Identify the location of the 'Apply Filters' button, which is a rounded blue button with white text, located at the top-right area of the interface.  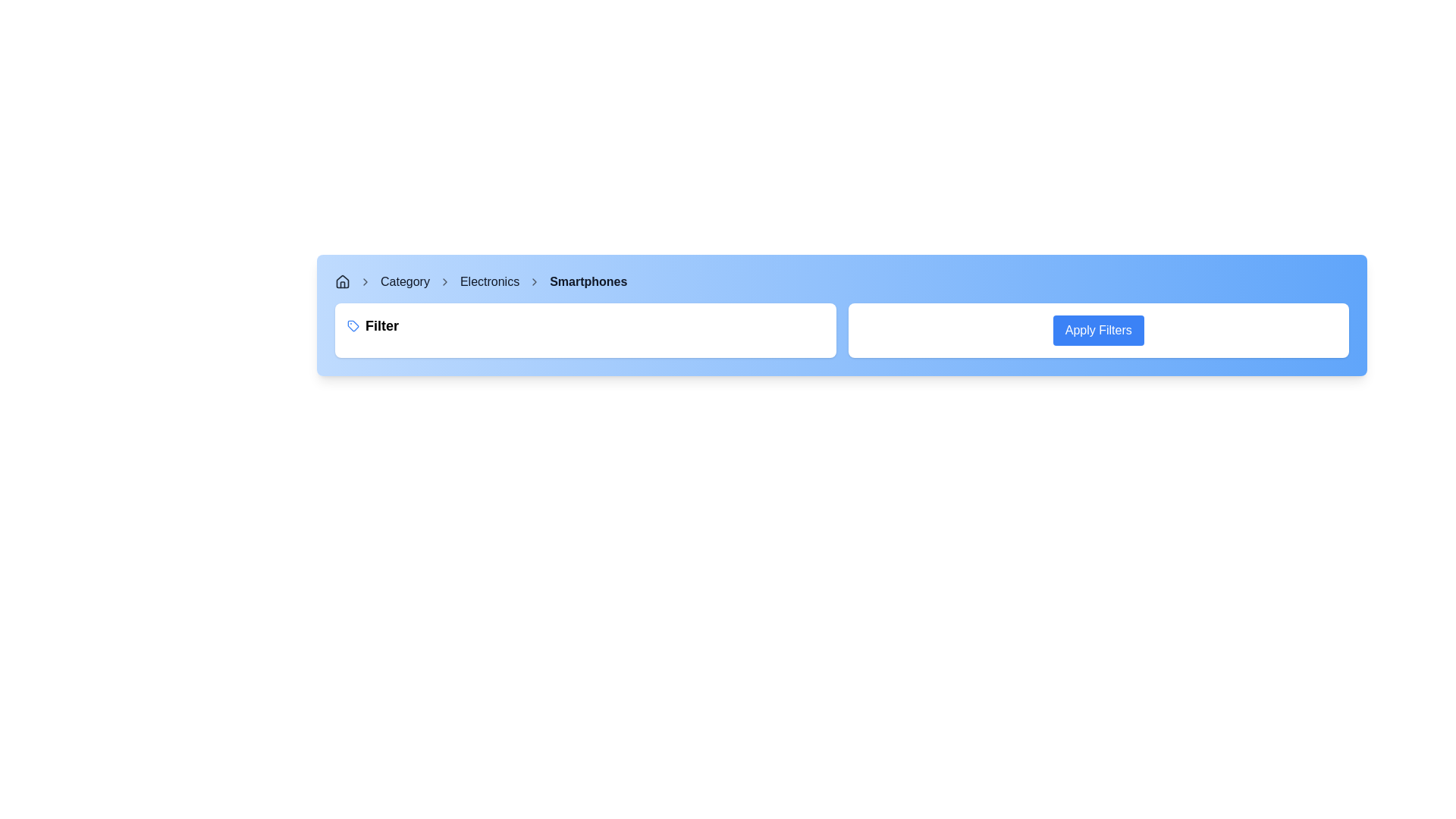
(1098, 329).